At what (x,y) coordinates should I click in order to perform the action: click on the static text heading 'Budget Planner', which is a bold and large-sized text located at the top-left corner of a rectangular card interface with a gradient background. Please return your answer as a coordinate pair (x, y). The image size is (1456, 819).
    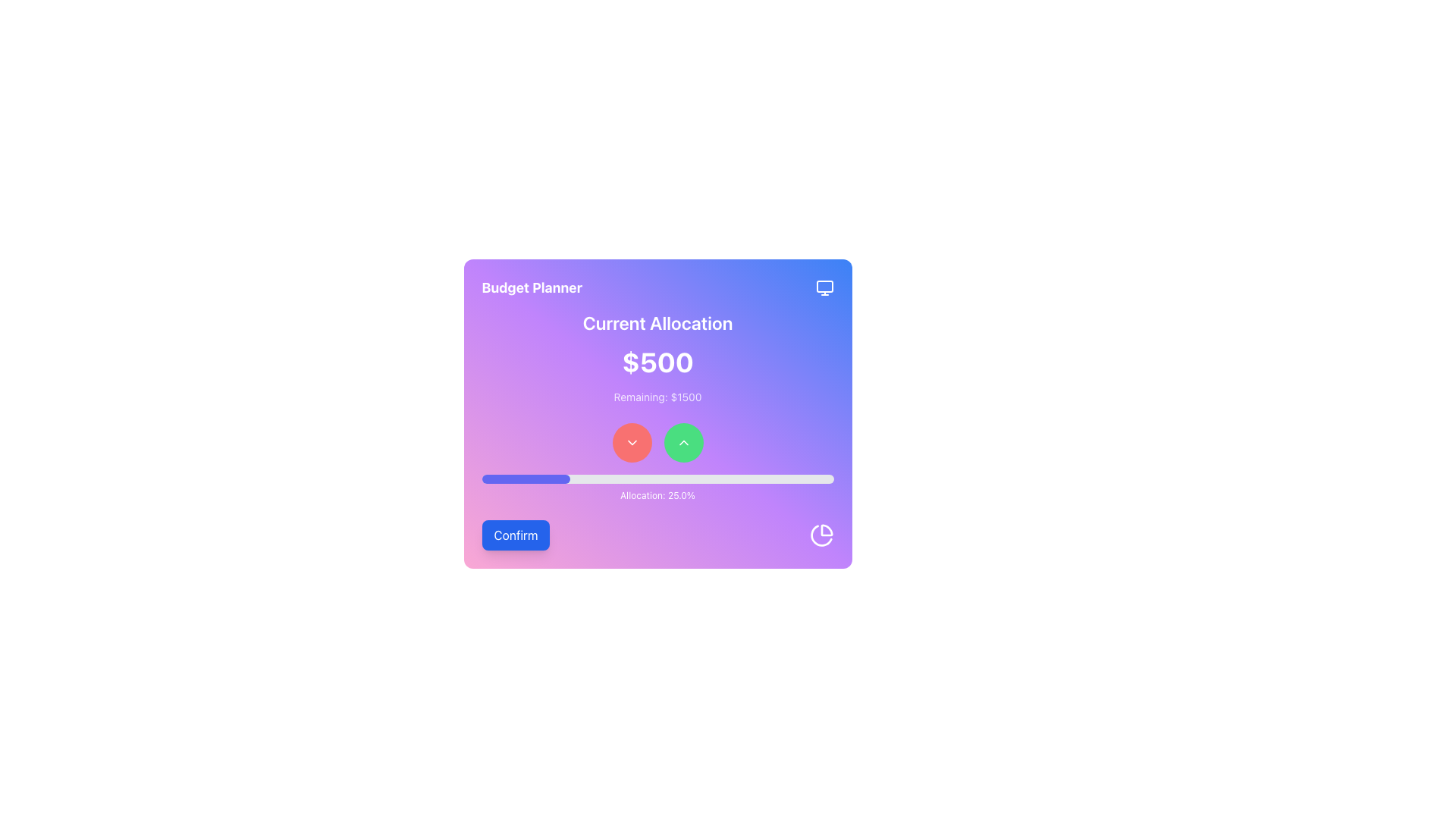
    Looking at the image, I should click on (532, 288).